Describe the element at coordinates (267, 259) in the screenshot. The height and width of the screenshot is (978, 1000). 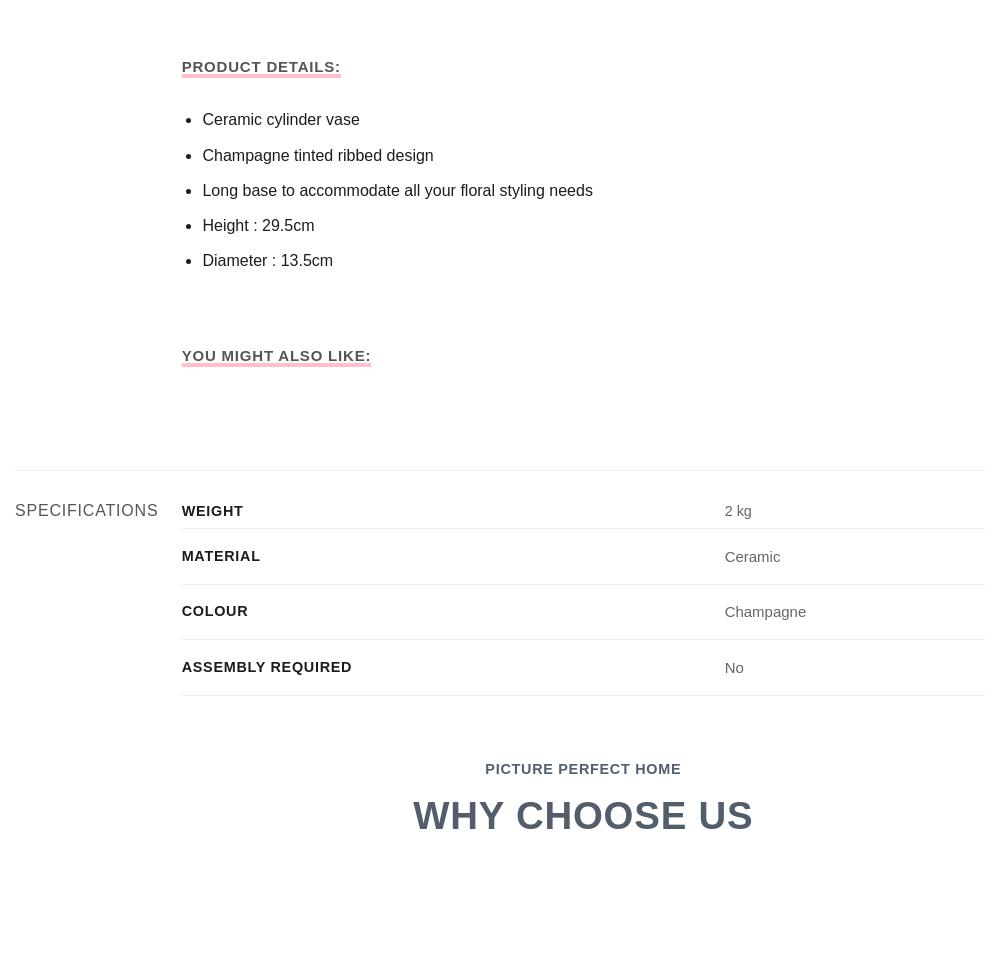
I see `'Diameter : 13.5cm'` at that location.